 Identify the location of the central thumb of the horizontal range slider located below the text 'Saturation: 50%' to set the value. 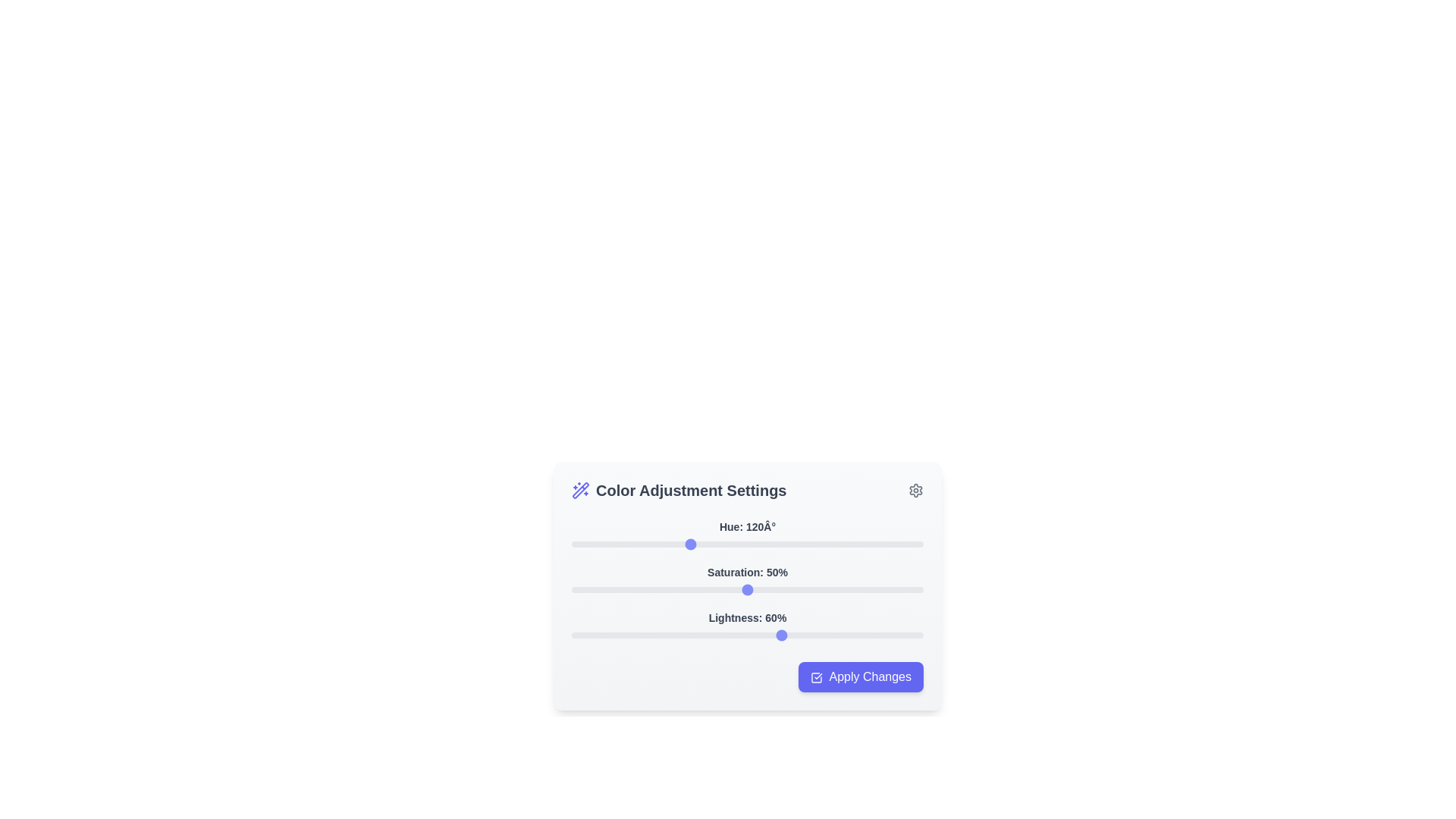
(747, 589).